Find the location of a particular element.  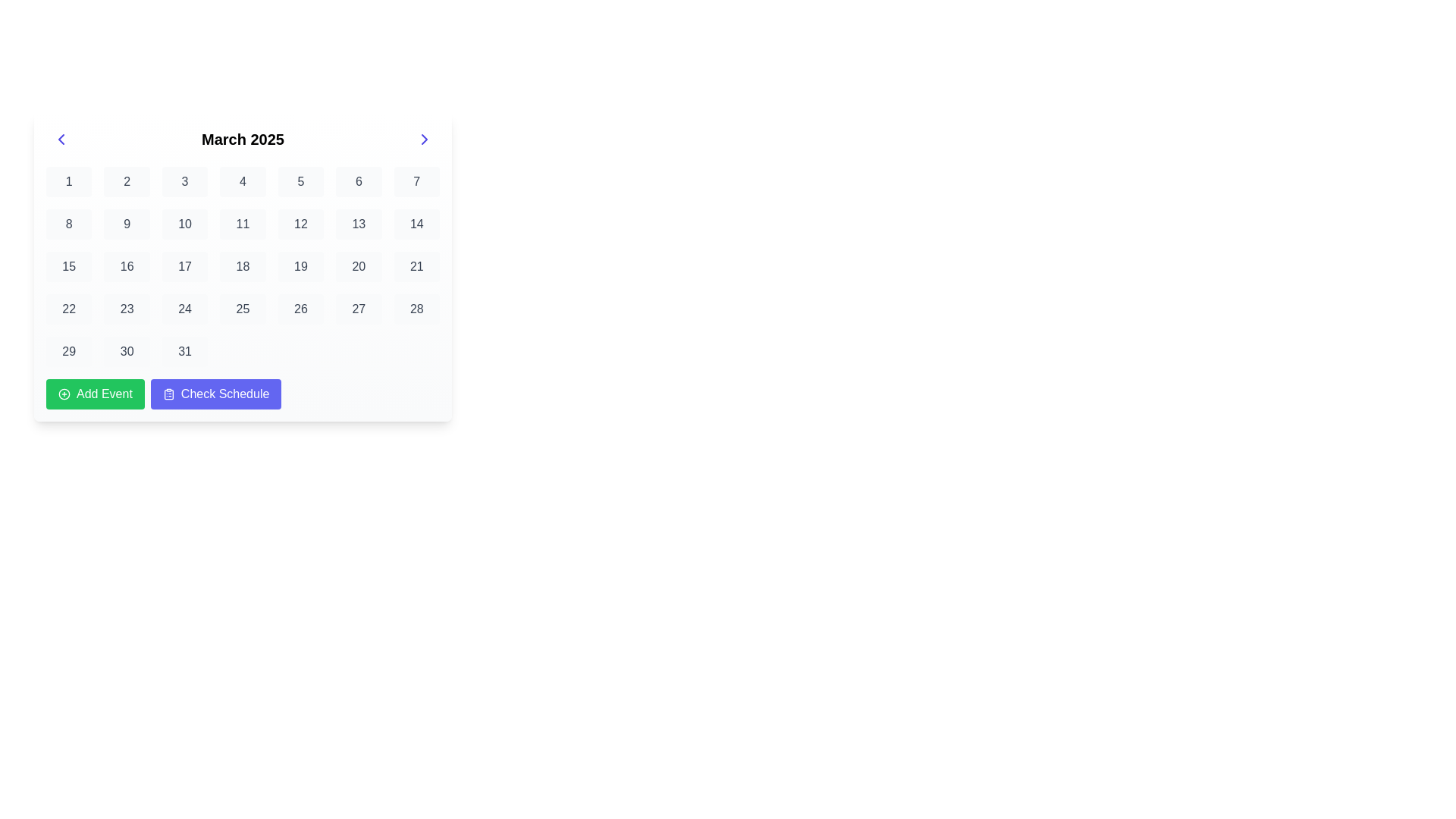

the right-pointing chevron icon in light indigo color located to the right of the 'March 2025' header is located at coordinates (425, 140).